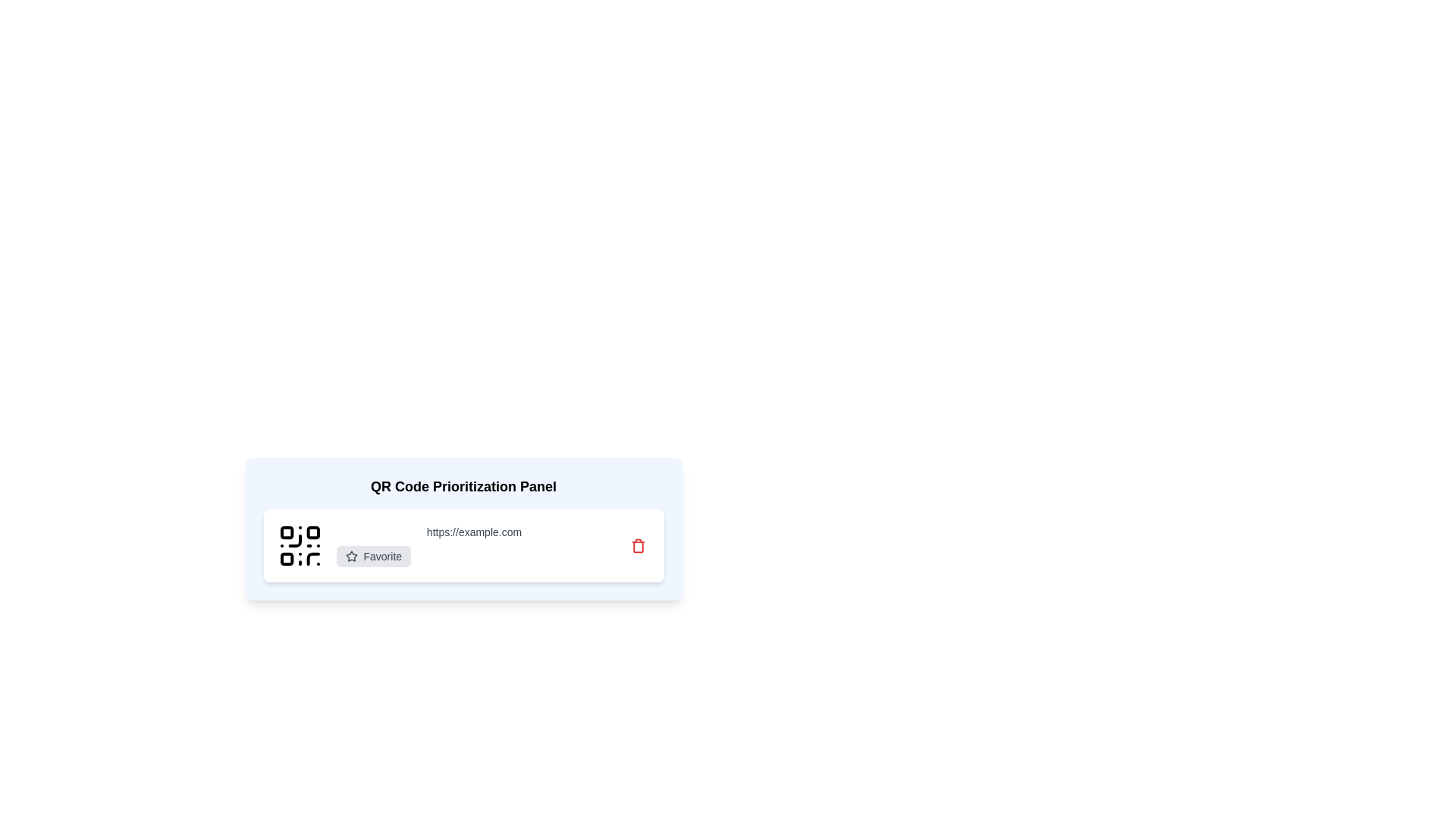 Image resolution: width=1456 pixels, height=819 pixels. What do you see at coordinates (638, 546) in the screenshot?
I see `the delete button with a trash icon located at the far right side of the row containing a QR code, a URL, and a 'Favorite' button` at bounding box center [638, 546].